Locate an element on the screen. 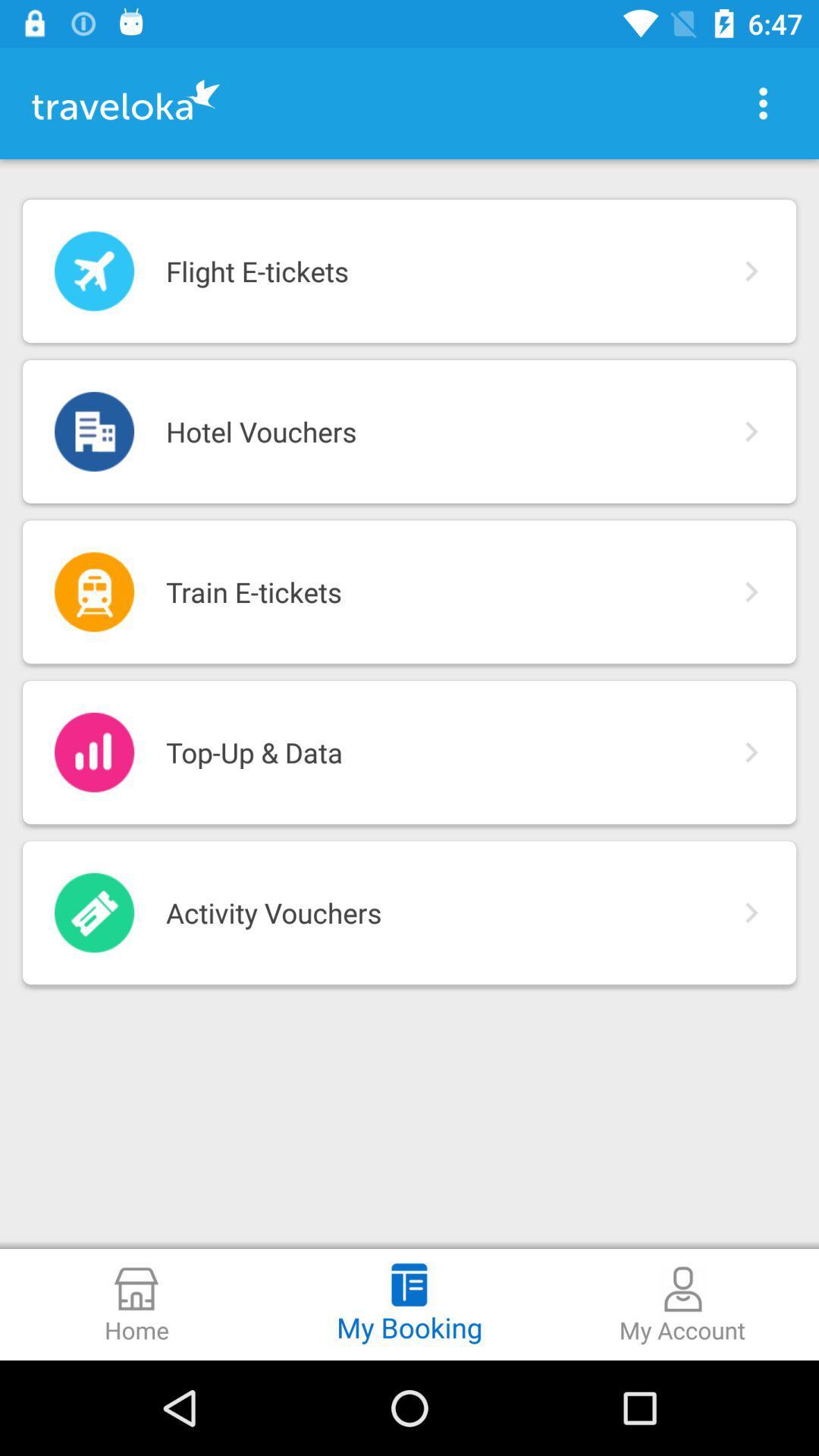 The image size is (819, 1456). more options is located at coordinates (763, 102).